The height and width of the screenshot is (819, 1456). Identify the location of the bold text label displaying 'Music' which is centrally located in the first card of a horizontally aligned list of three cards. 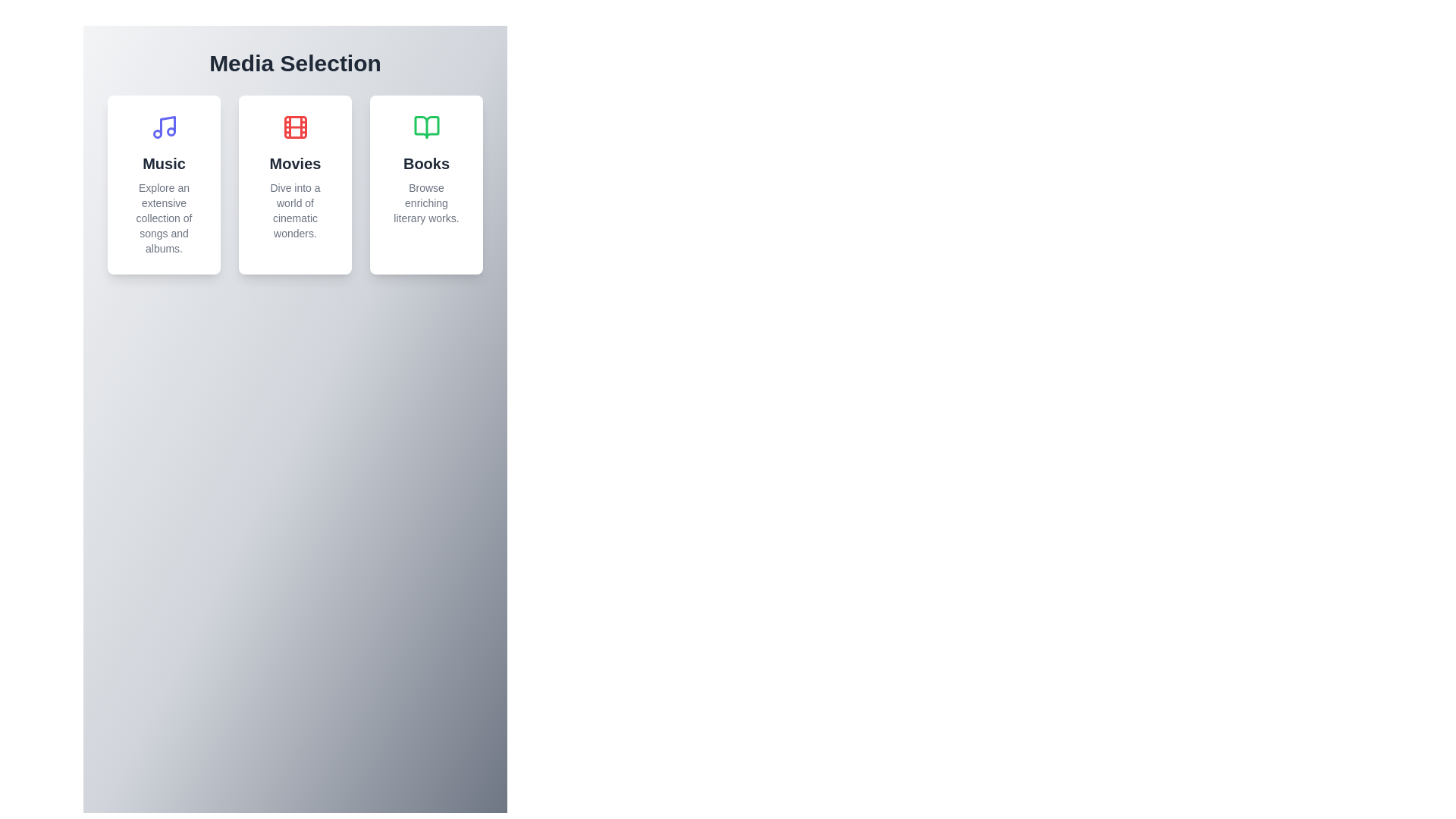
(164, 164).